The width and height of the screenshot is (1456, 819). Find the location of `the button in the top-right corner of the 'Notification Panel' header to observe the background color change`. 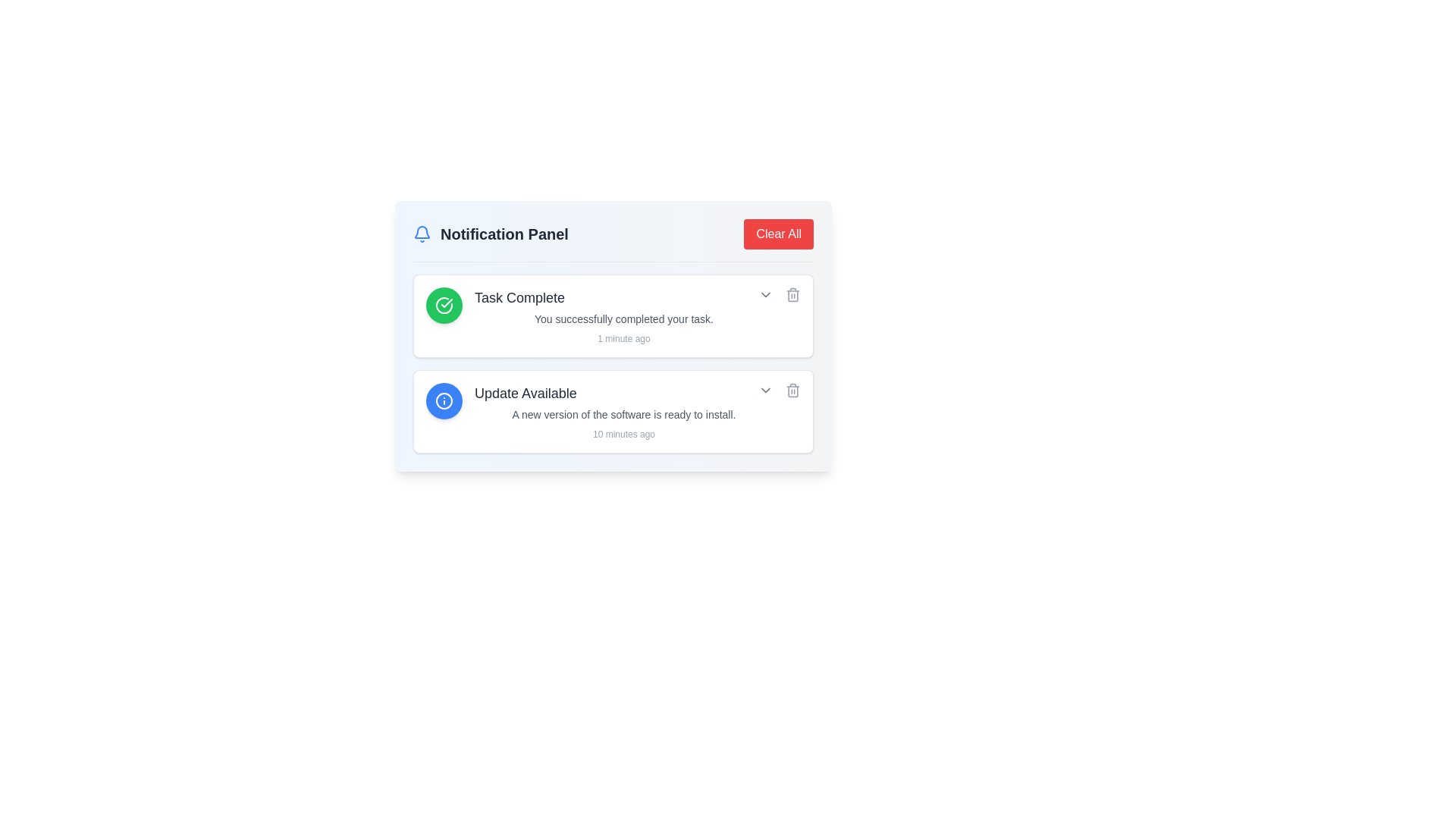

the button in the top-right corner of the 'Notification Panel' header to observe the background color change is located at coordinates (779, 234).